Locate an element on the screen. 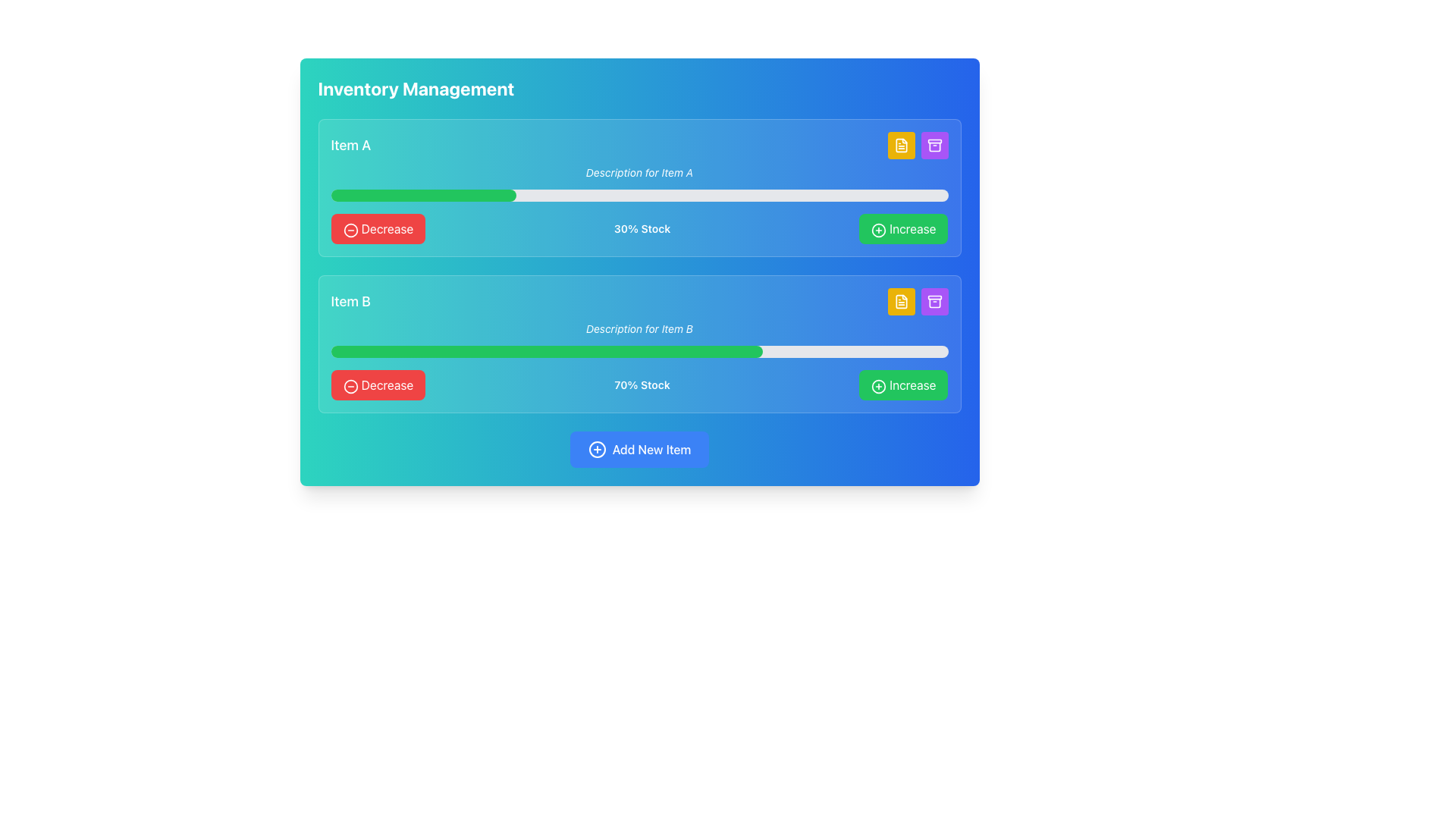 The image size is (1456, 819). the 'Increase' button located is located at coordinates (903, 384).